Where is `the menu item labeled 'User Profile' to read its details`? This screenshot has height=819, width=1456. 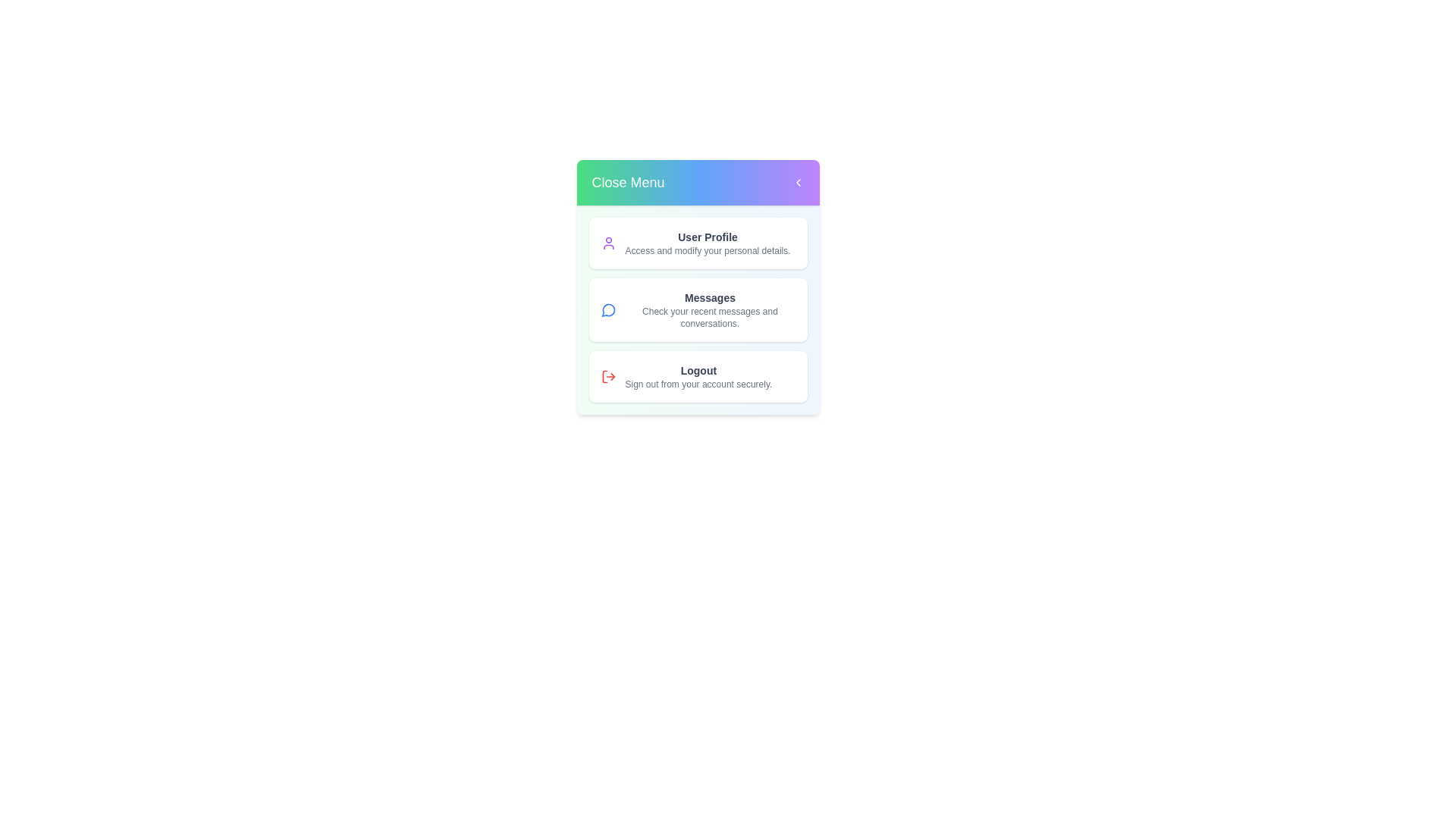 the menu item labeled 'User Profile' to read its details is located at coordinates (697, 242).